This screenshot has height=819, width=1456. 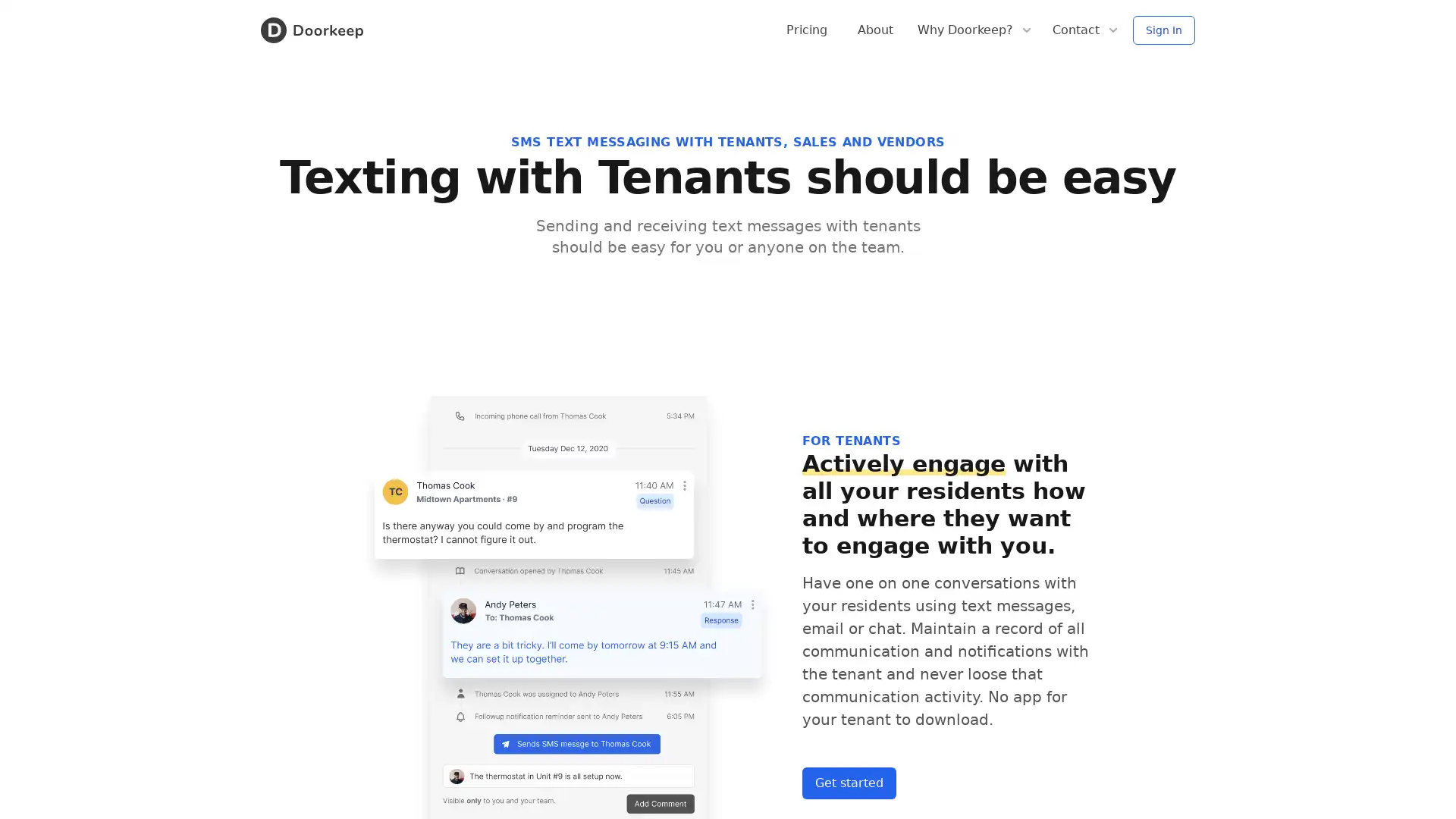 What do you see at coordinates (1086, 30) in the screenshot?
I see `Contact` at bounding box center [1086, 30].